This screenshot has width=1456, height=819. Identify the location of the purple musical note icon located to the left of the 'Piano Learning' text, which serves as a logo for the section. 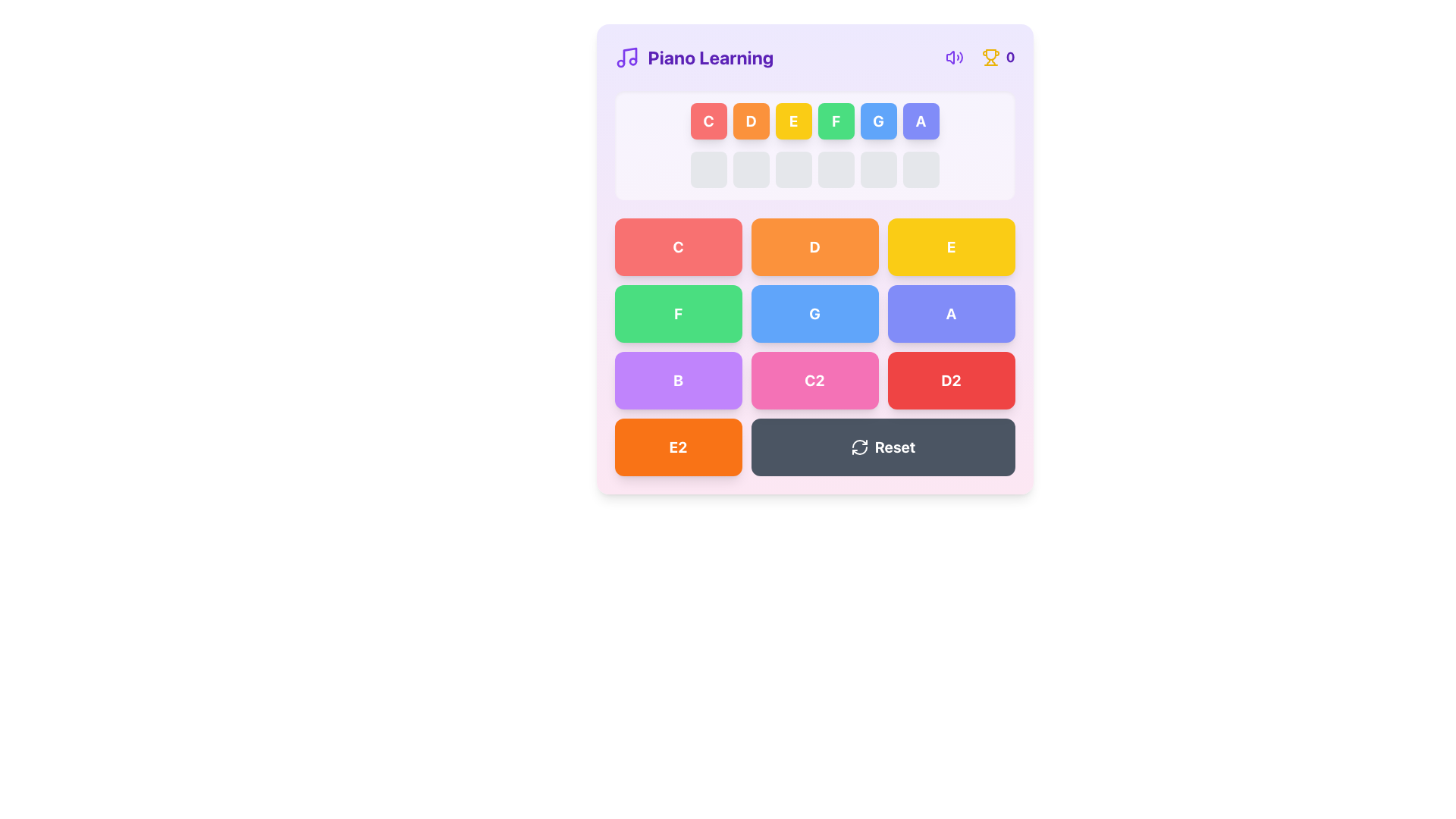
(626, 57).